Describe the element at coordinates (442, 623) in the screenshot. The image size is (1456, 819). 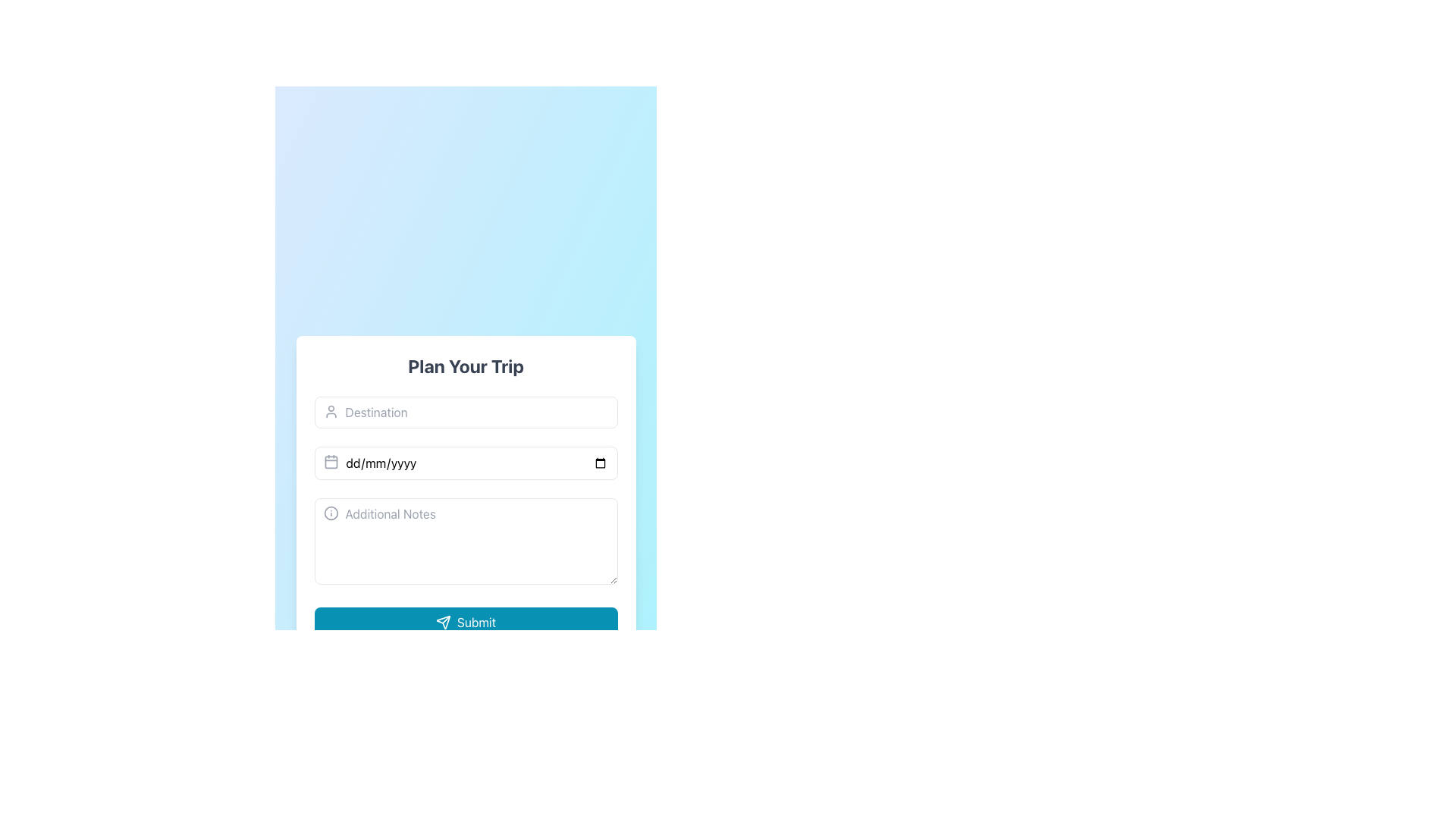
I see `the triangular outline icon resembling a paper airplane located on the left end of the 'Submit' button` at that location.